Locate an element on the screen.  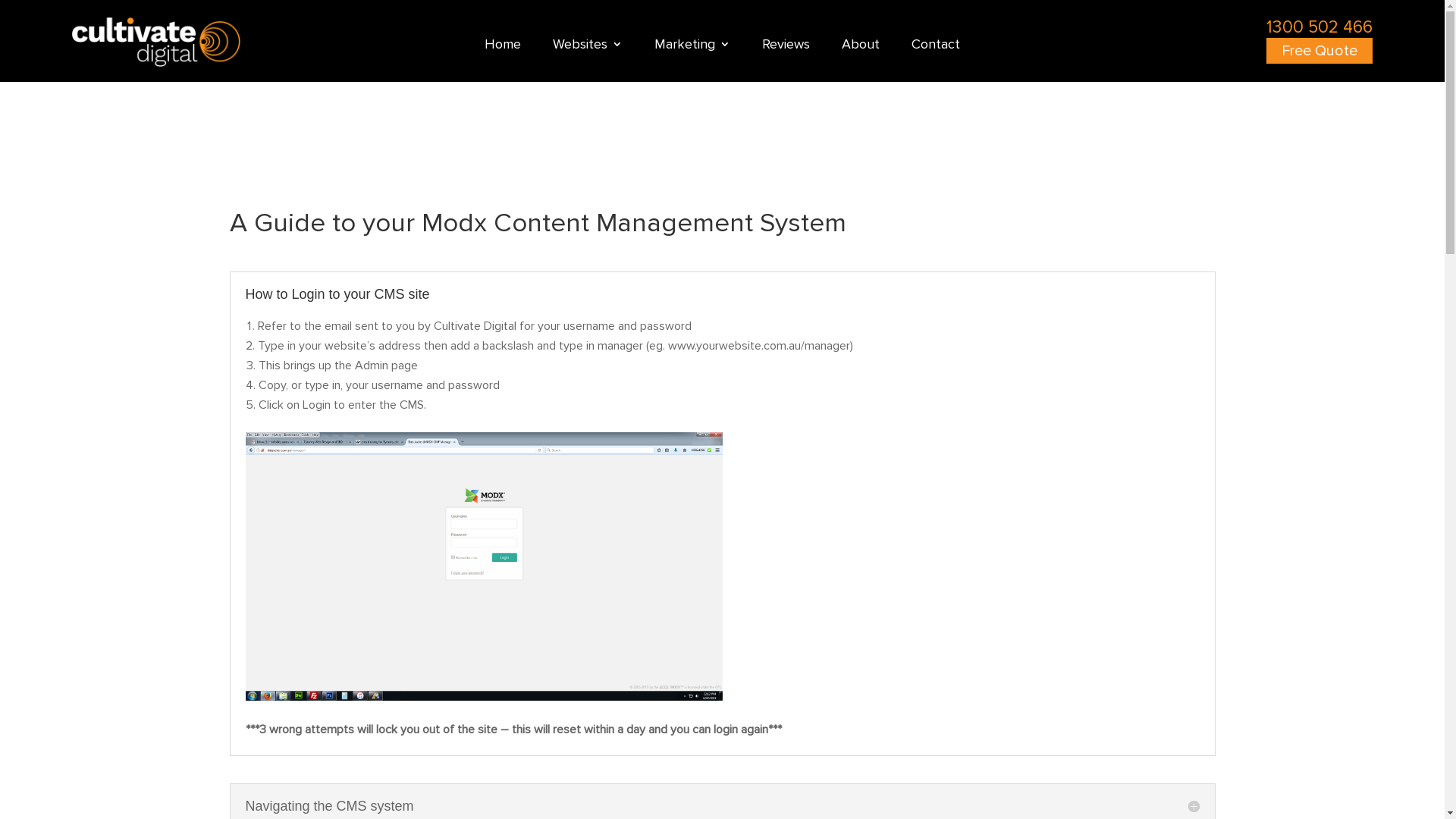
'Reviews' is located at coordinates (786, 45).